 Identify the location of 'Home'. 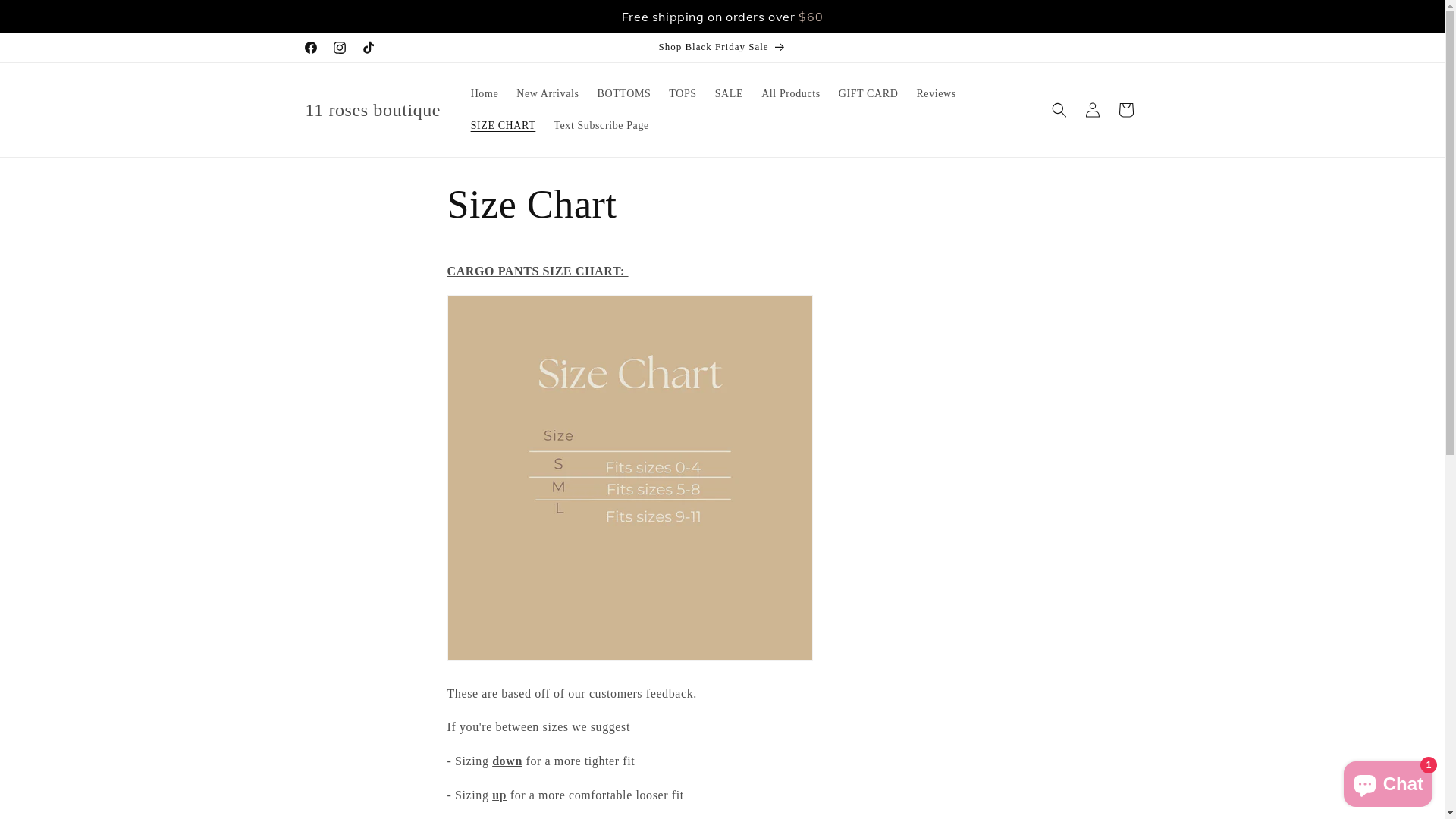
(484, 93).